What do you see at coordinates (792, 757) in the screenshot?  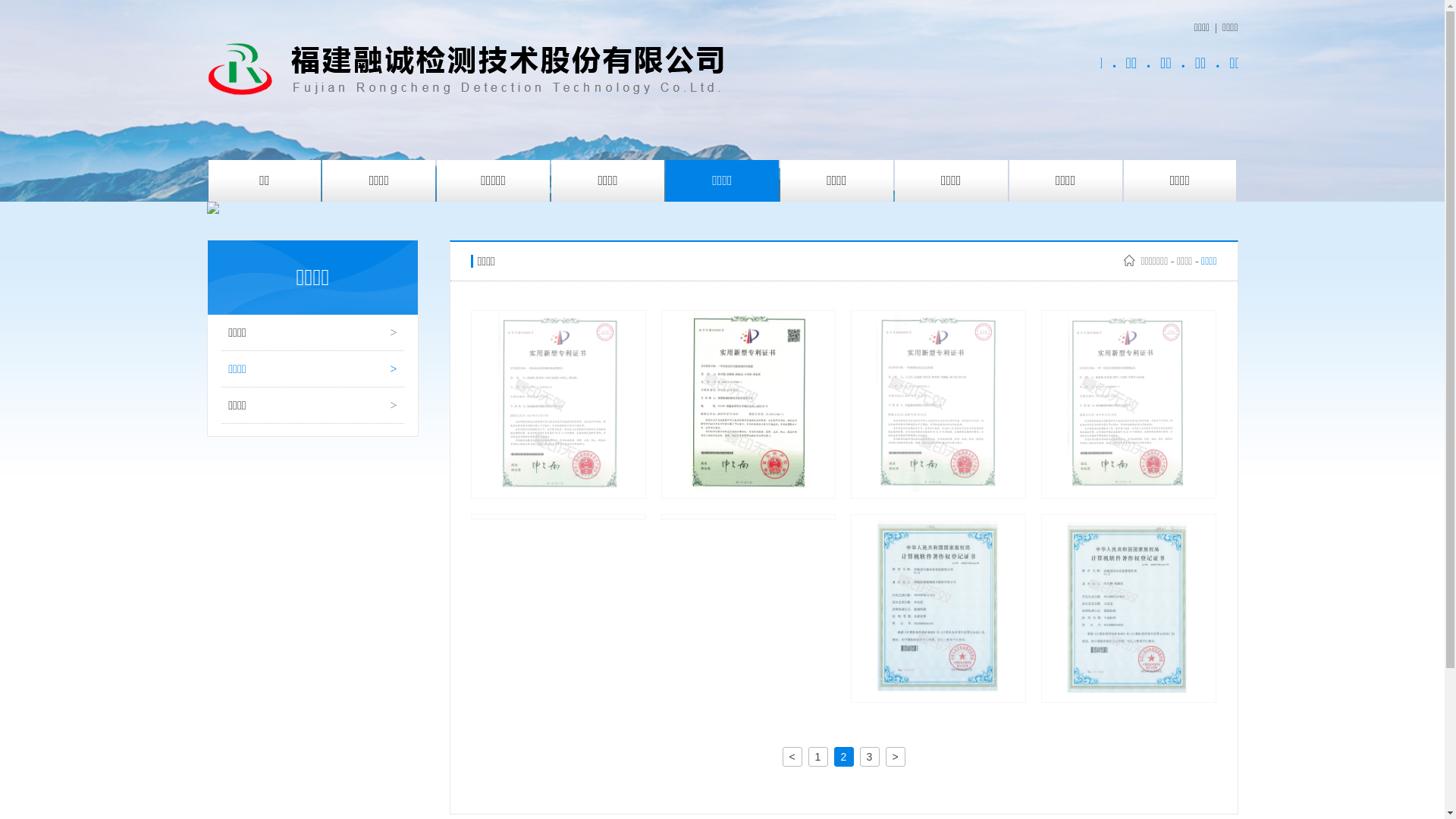 I see `'<'` at bounding box center [792, 757].